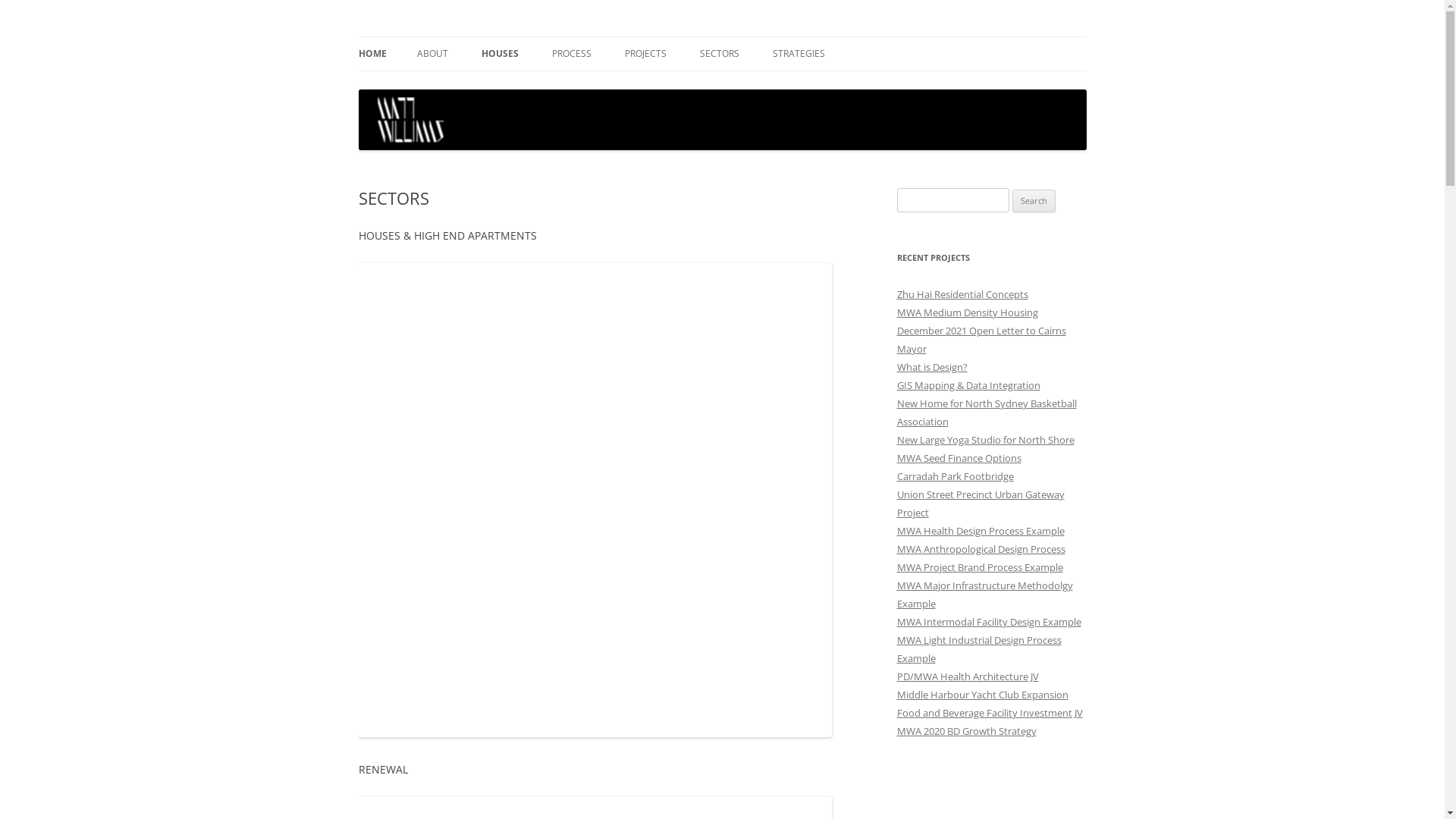 This screenshot has width=1456, height=819. I want to click on 'MWA Major Infrastructure Methodolgy Example', so click(984, 593).